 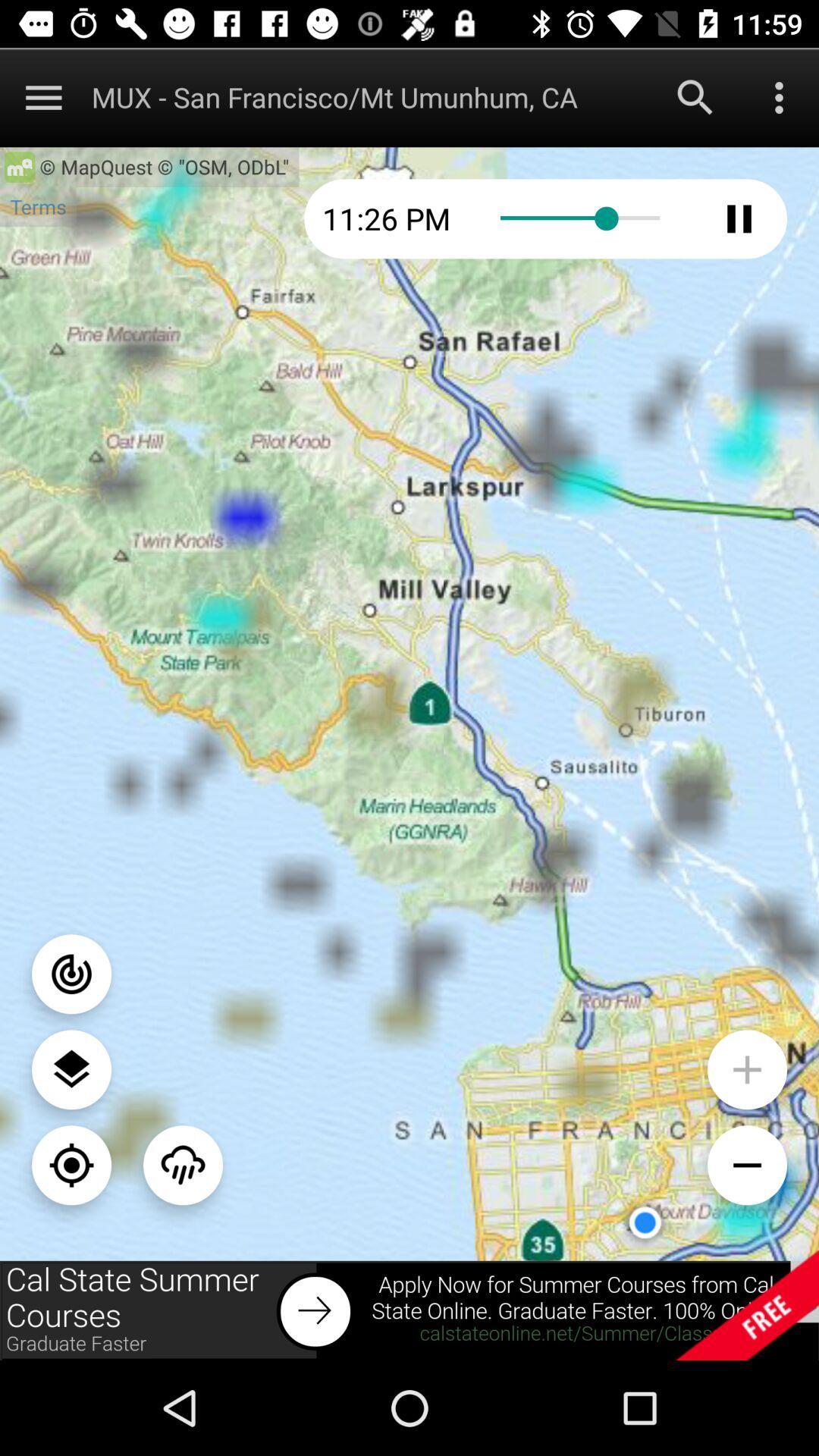 What do you see at coordinates (71, 1068) in the screenshot?
I see `bird 's eye` at bounding box center [71, 1068].